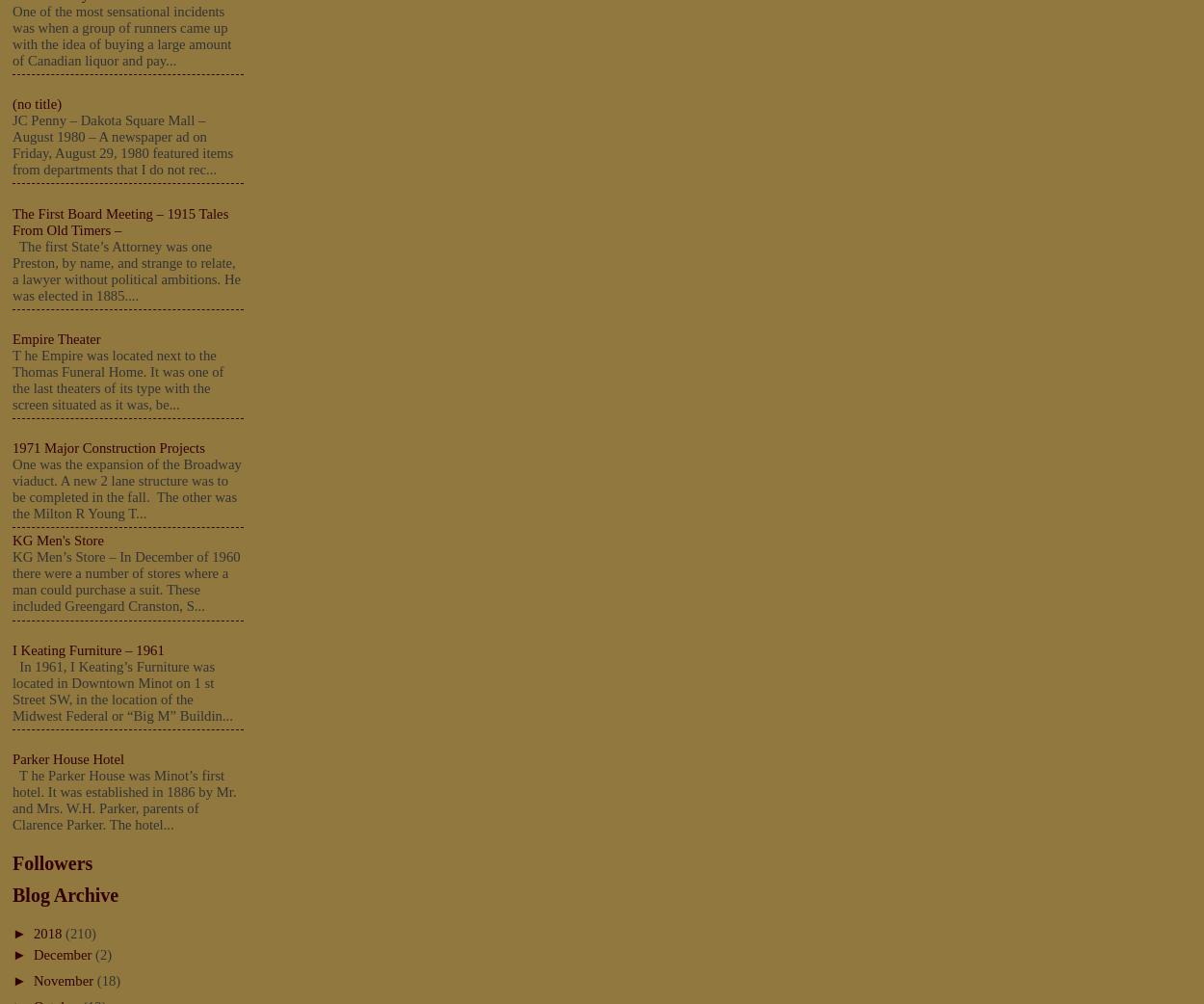  Describe the element at coordinates (117, 378) in the screenshot. I see `'T he Empire was located next to the Thomas Funeral Home. It was one of the last theaters of its type with the screen situated as it was, be...'` at that location.